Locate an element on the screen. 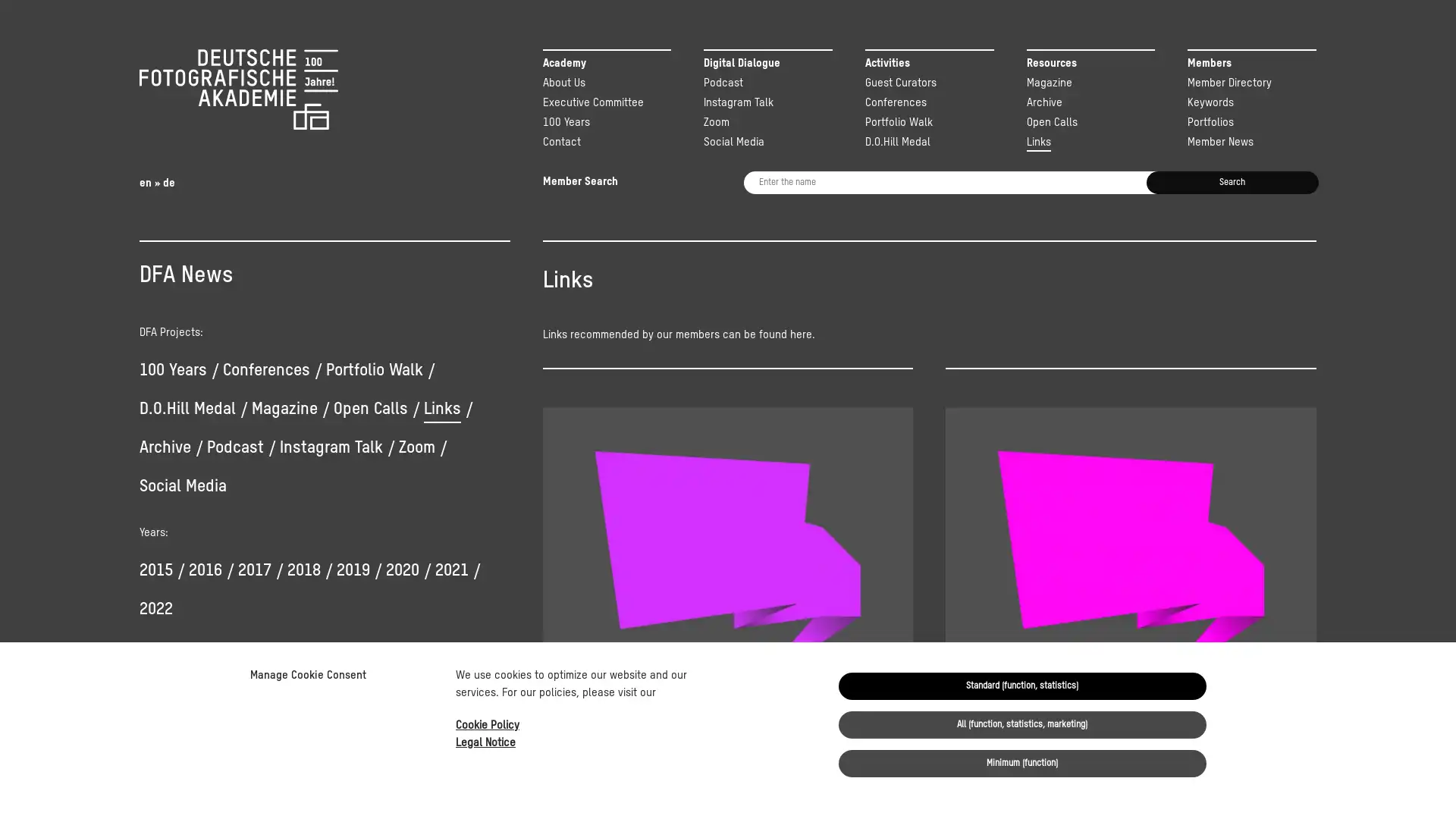  2021 is located at coordinates (450, 570).